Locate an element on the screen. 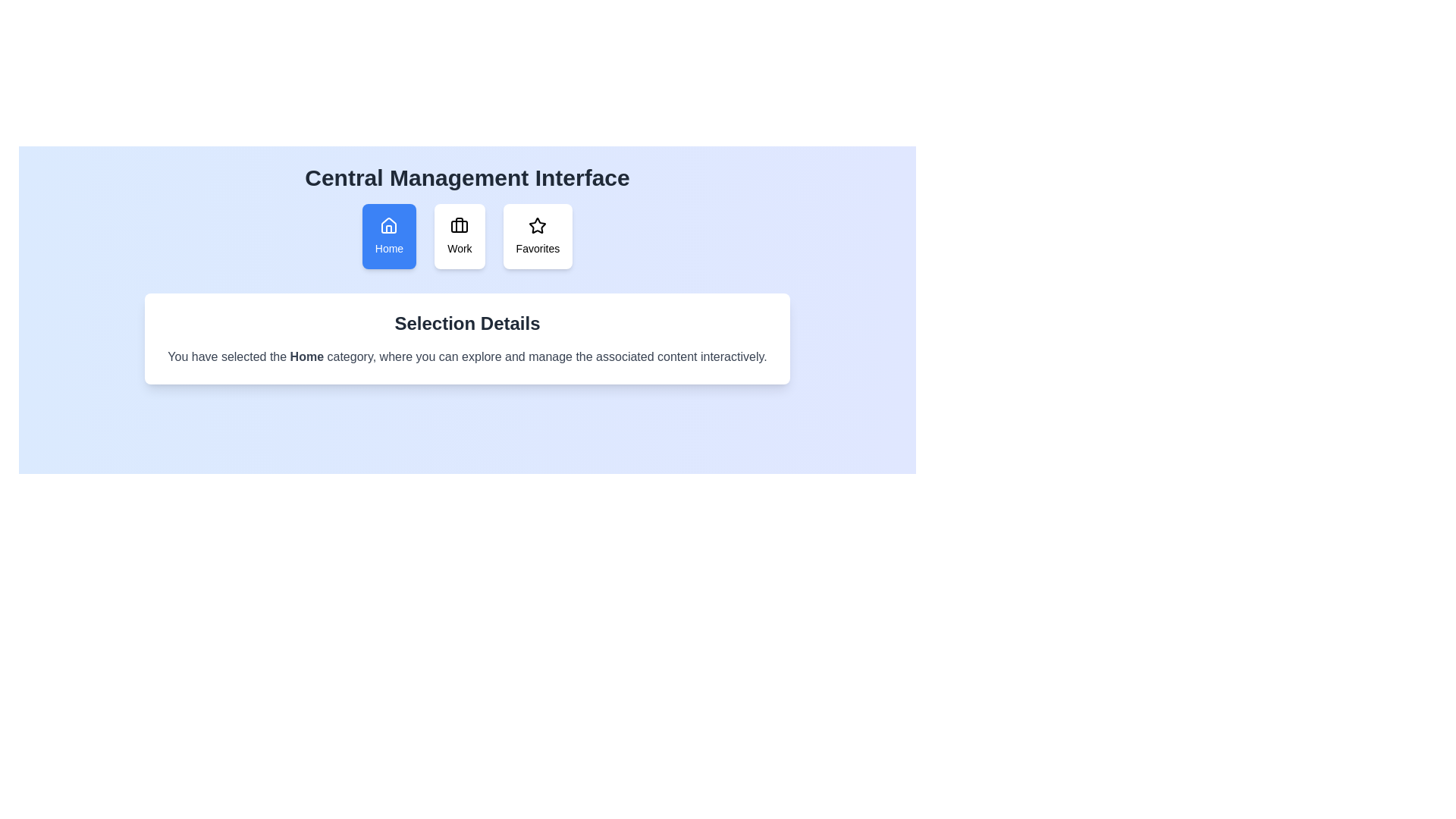 The width and height of the screenshot is (1456, 819). the vertical structure element within the house icon, which is part of the blue 'Home' button is located at coordinates (389, 229).